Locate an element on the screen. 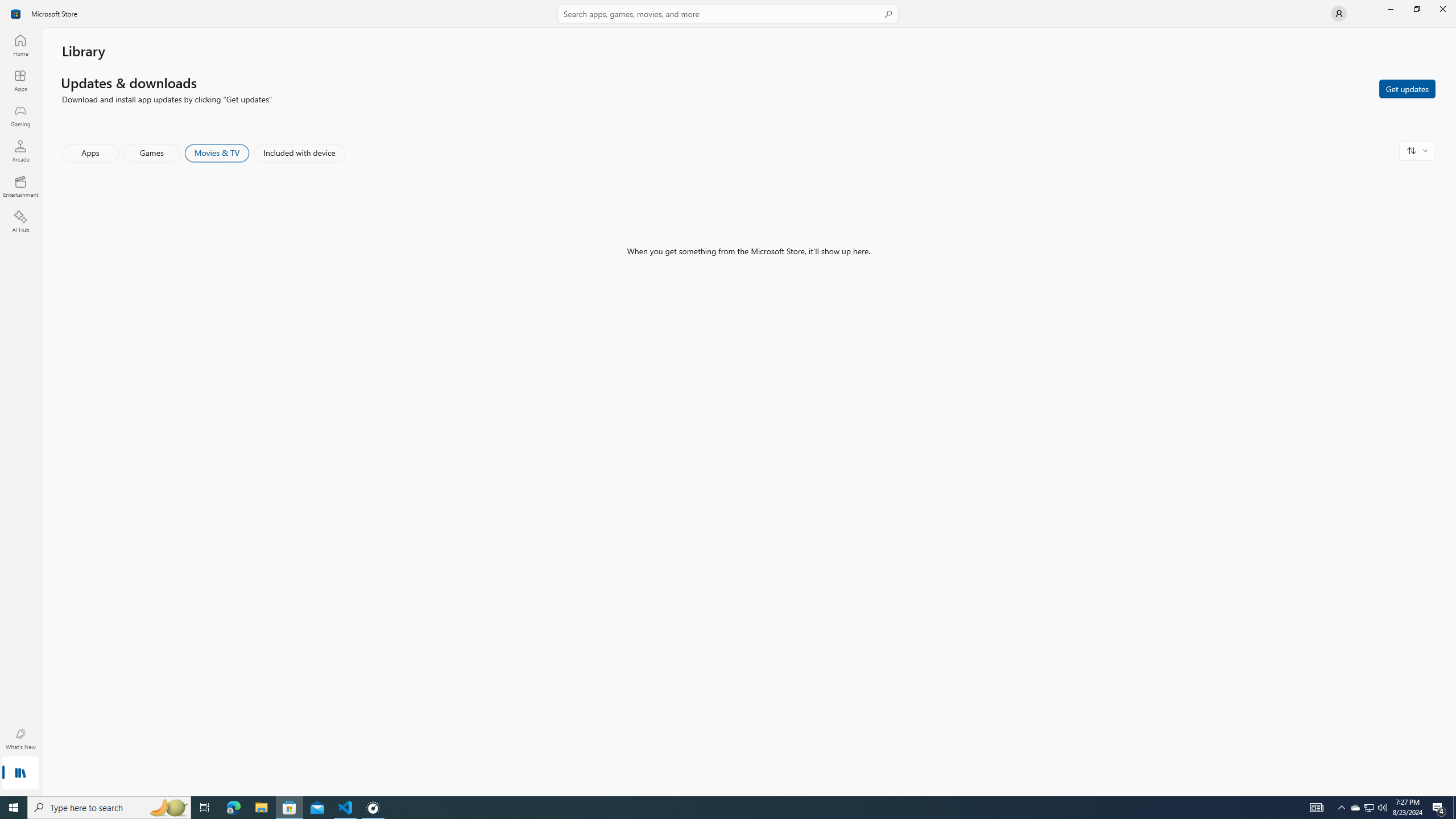 This screenshot has width=1456, height=819. 'Included with device' is located at coordinates (299, 152).